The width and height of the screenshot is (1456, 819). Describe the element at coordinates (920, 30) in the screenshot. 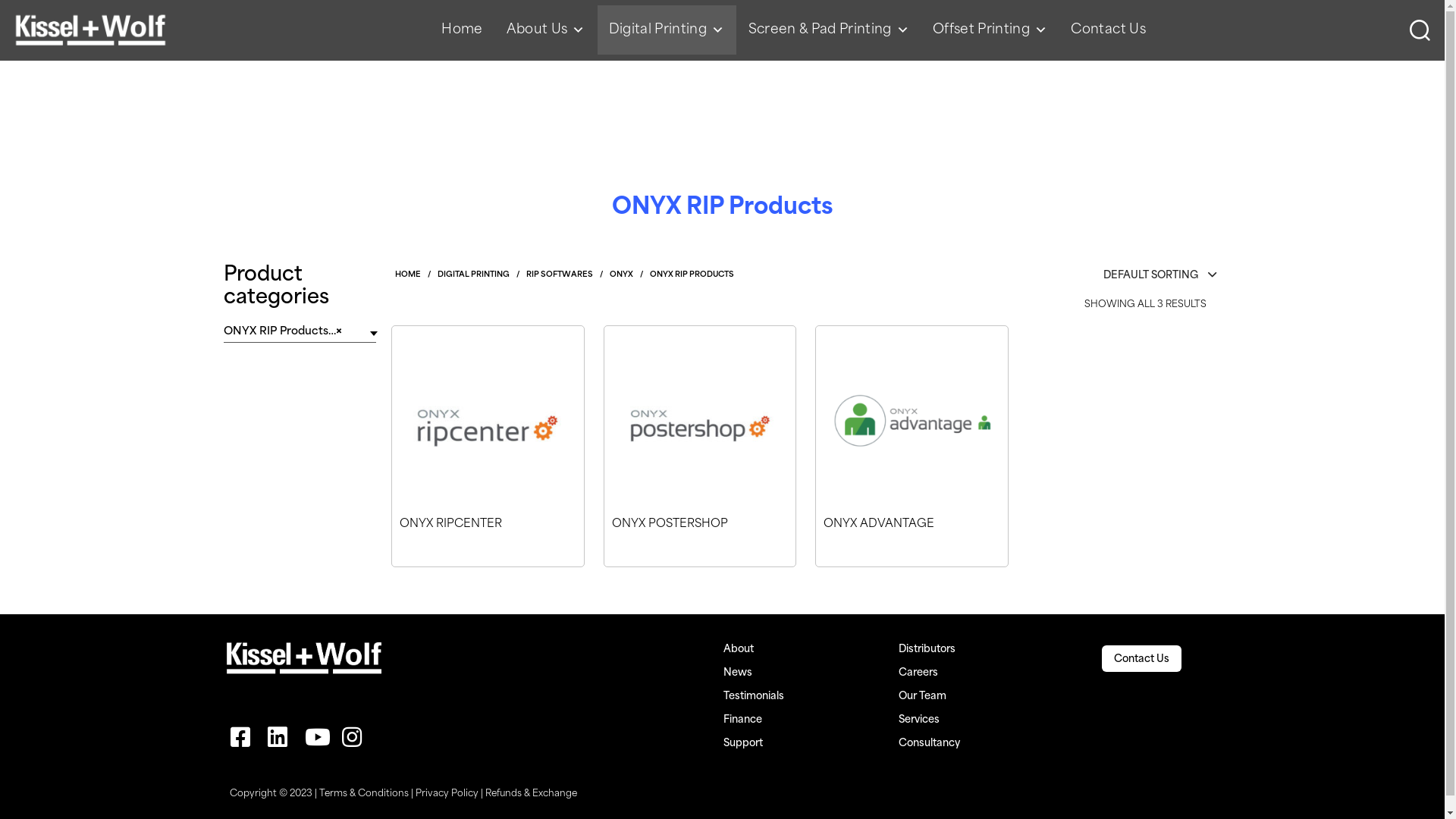

I see `'Offset Printing'` at that location.